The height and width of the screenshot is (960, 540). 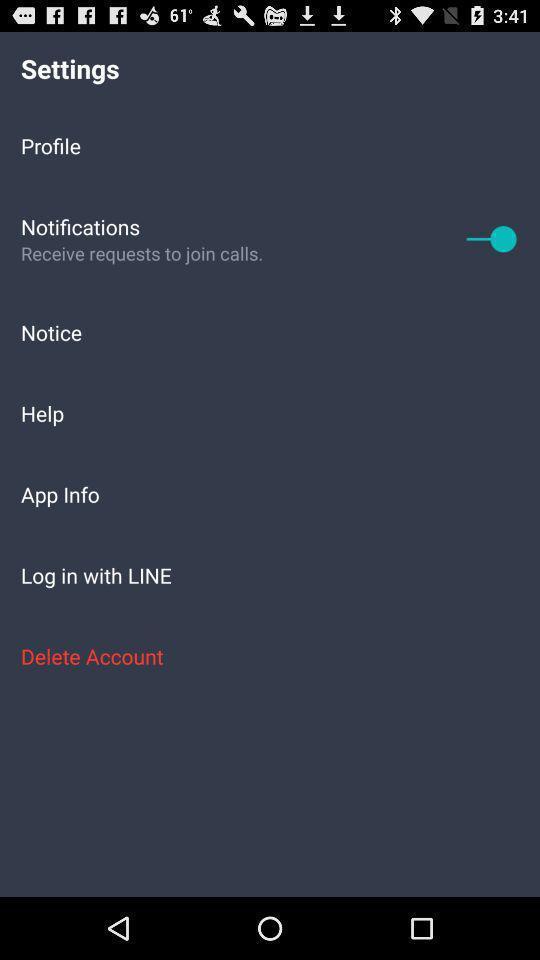 What do you see at coordinates (270, 575) in the screenshot?
I see `log in with app` at bounding box center [270, 575].